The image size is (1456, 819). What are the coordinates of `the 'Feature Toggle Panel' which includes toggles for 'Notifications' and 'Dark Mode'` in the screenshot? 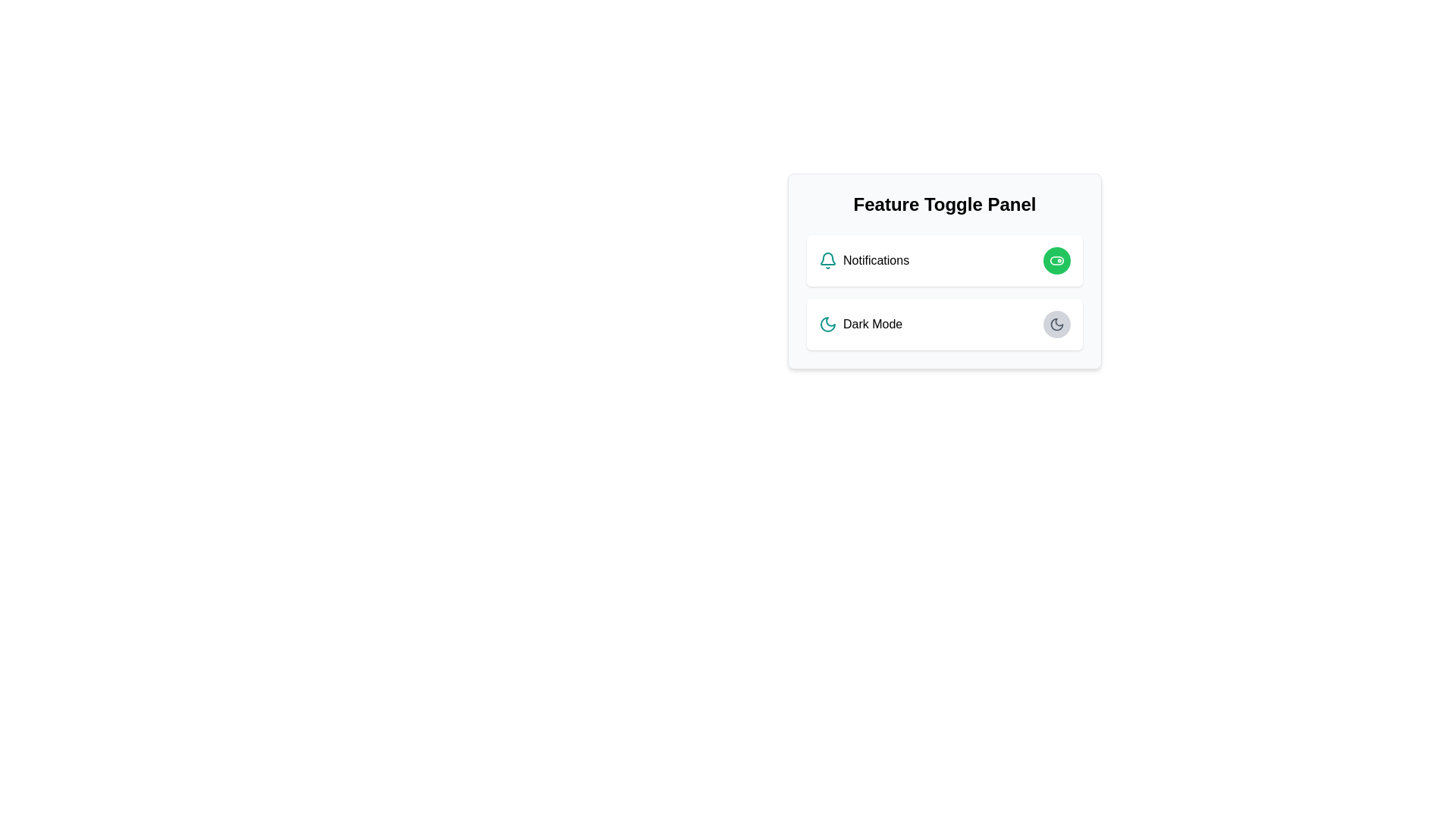 It's located at (944, 271).